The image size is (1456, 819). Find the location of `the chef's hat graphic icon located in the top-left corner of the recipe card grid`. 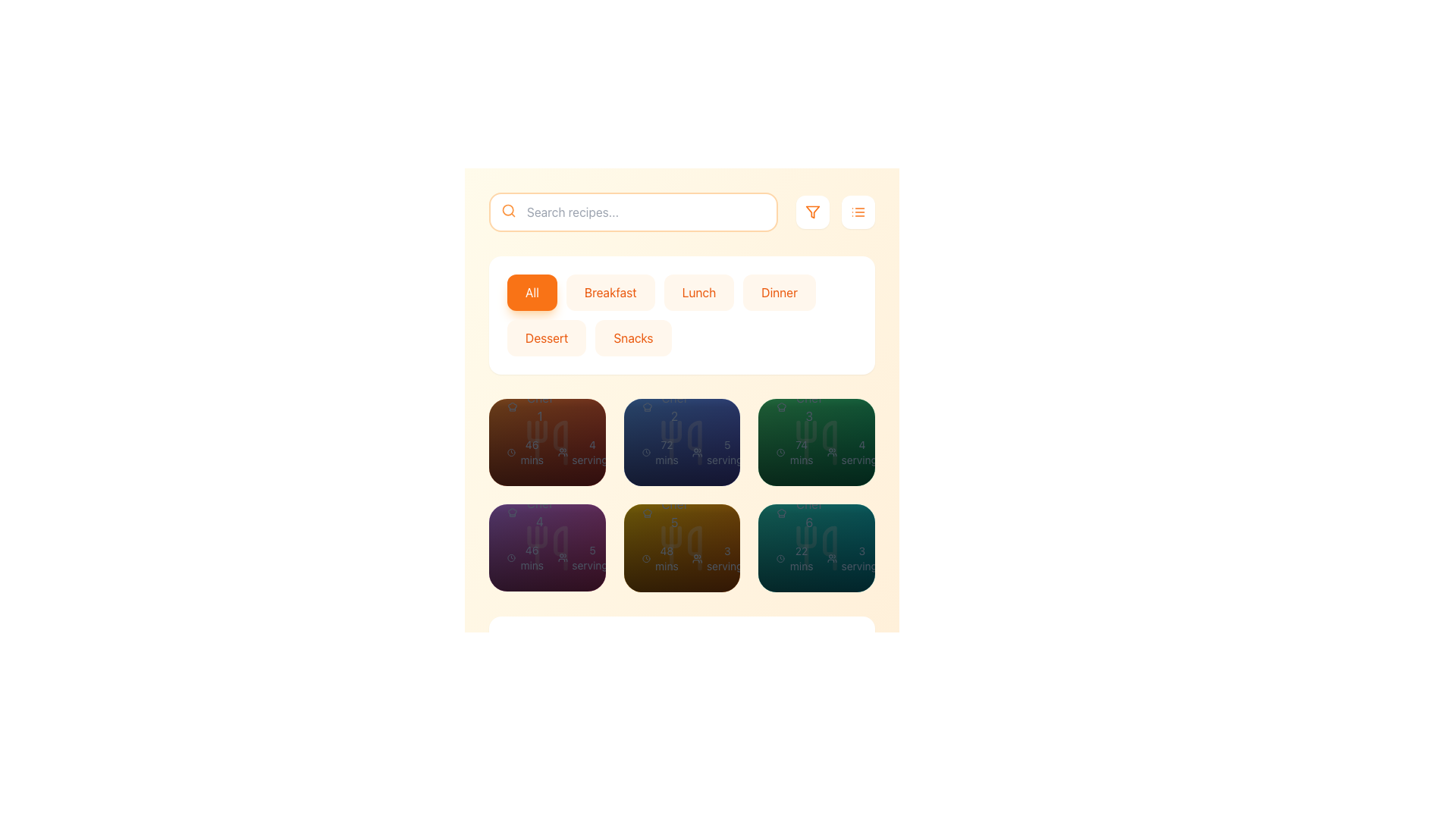

the chef's hat graphic icon located in the top-left corner of the recipe card grid is located at coordinates (513, 406).